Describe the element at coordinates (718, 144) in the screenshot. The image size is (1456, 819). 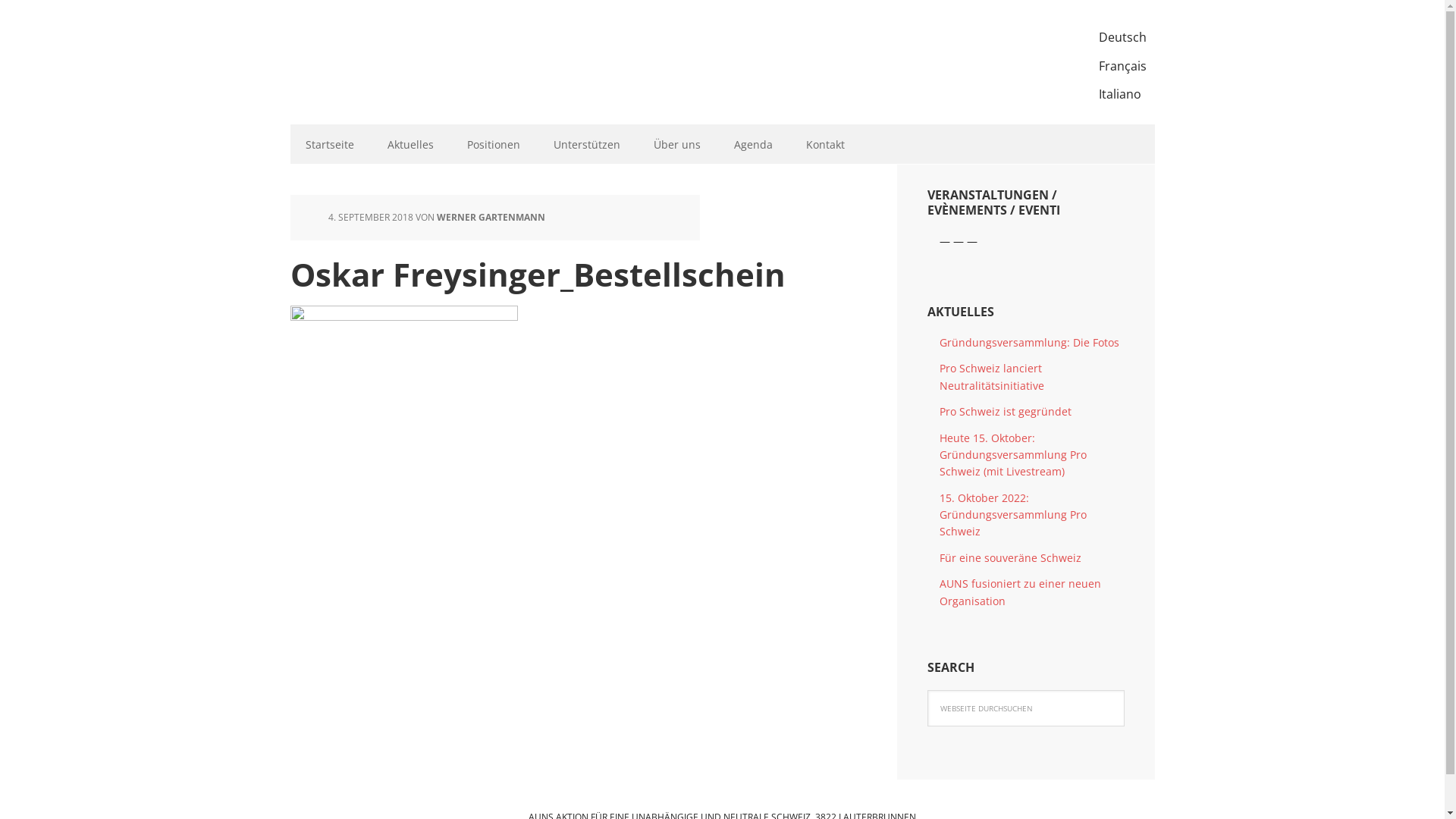
I see `'Agenda'` at that location.